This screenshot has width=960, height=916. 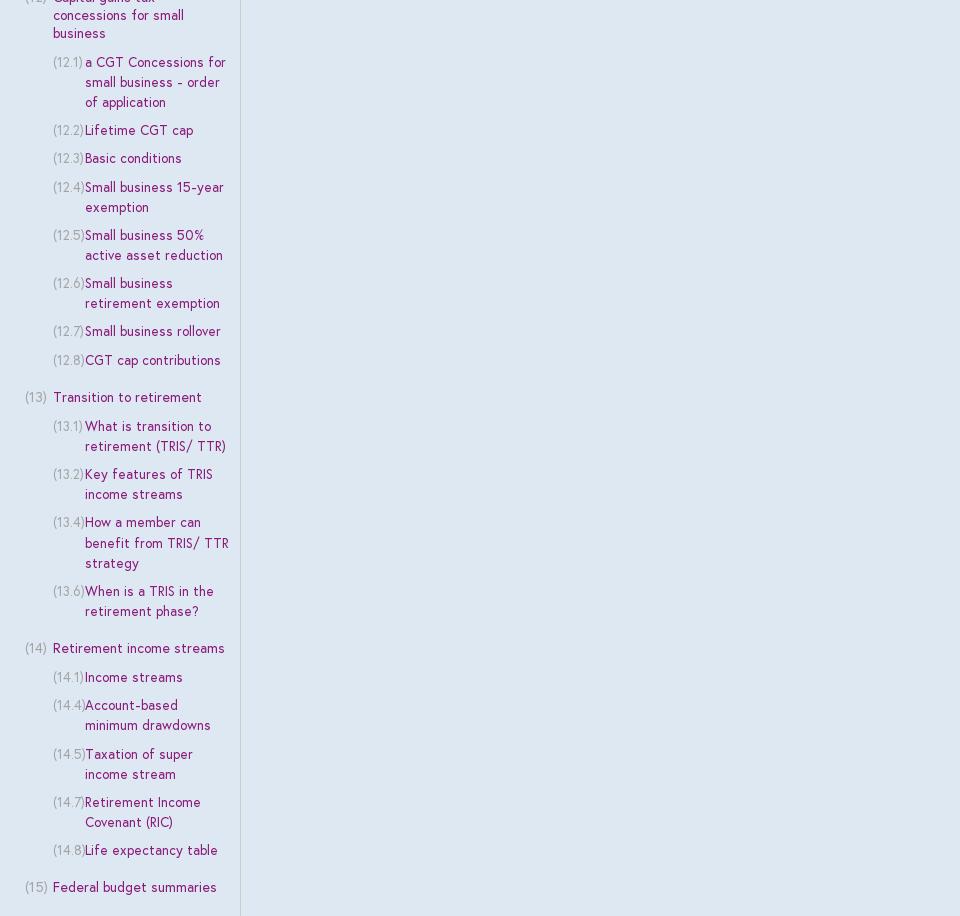 What do you see at coordinates (131, 158) in the screenshot?
I see `'Basic conditions'` at bounding box center [131, 158].